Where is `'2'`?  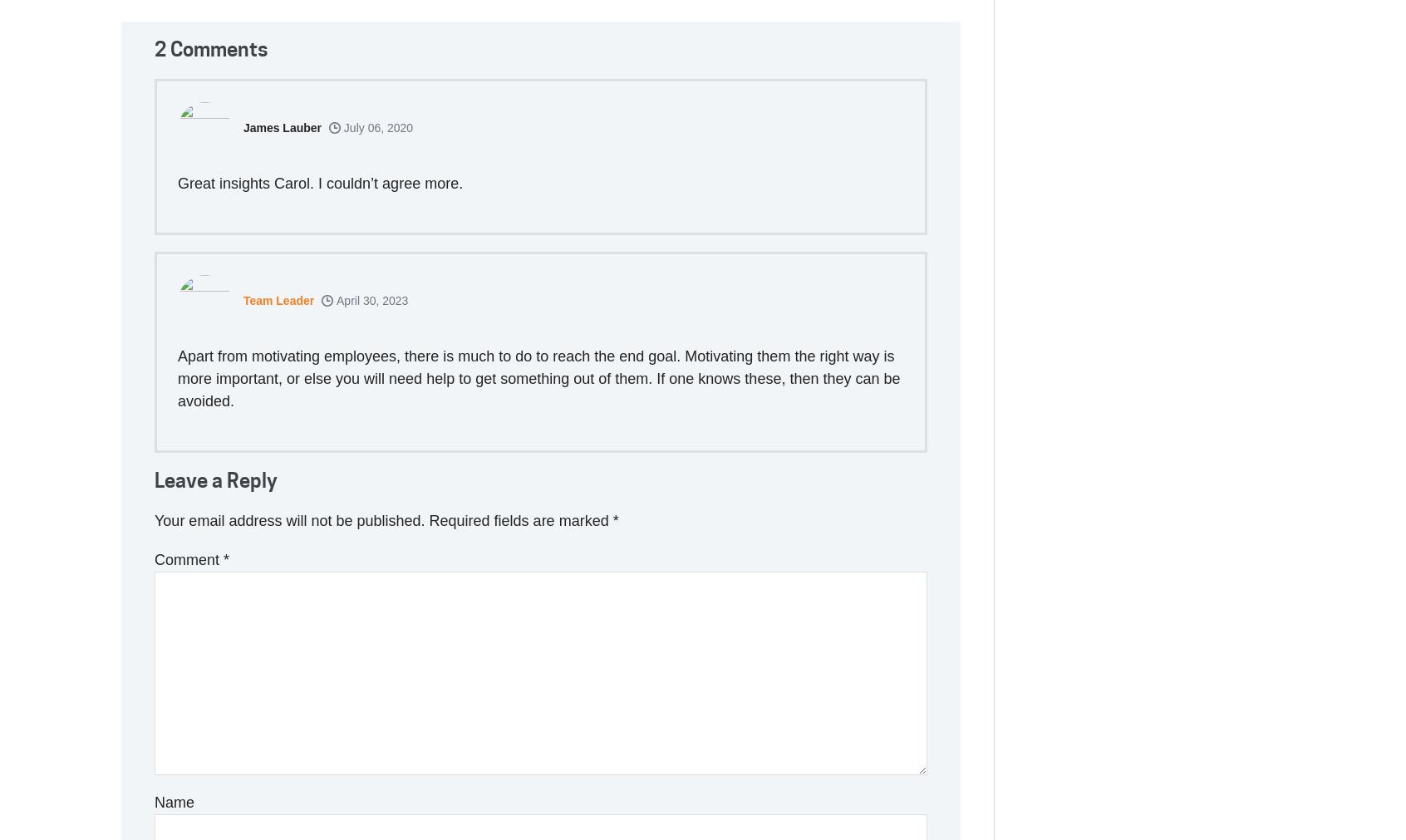
'2' is located at coordinates (160, 47).